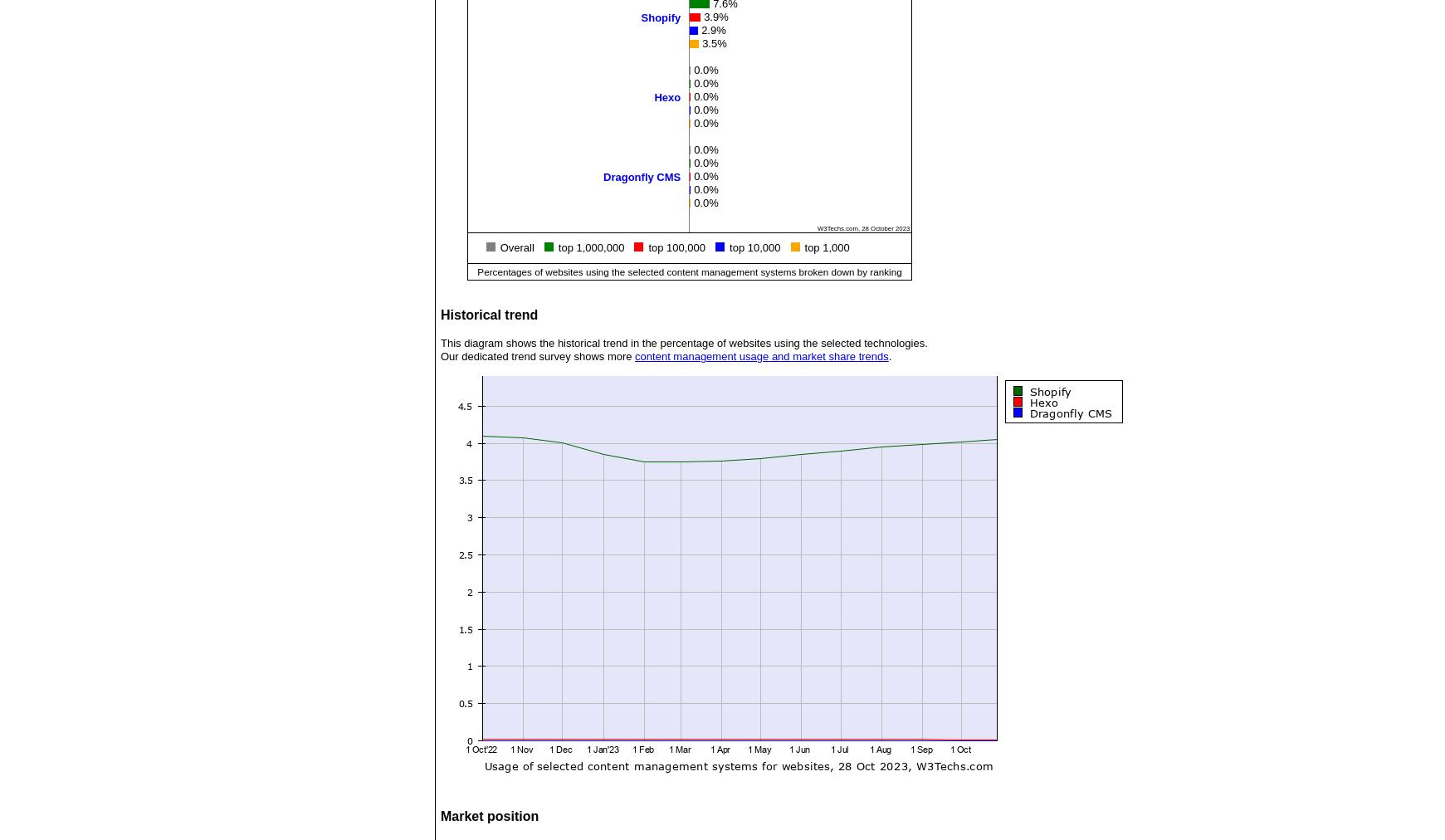  I want to click on '2.9%', so click(712, 28).